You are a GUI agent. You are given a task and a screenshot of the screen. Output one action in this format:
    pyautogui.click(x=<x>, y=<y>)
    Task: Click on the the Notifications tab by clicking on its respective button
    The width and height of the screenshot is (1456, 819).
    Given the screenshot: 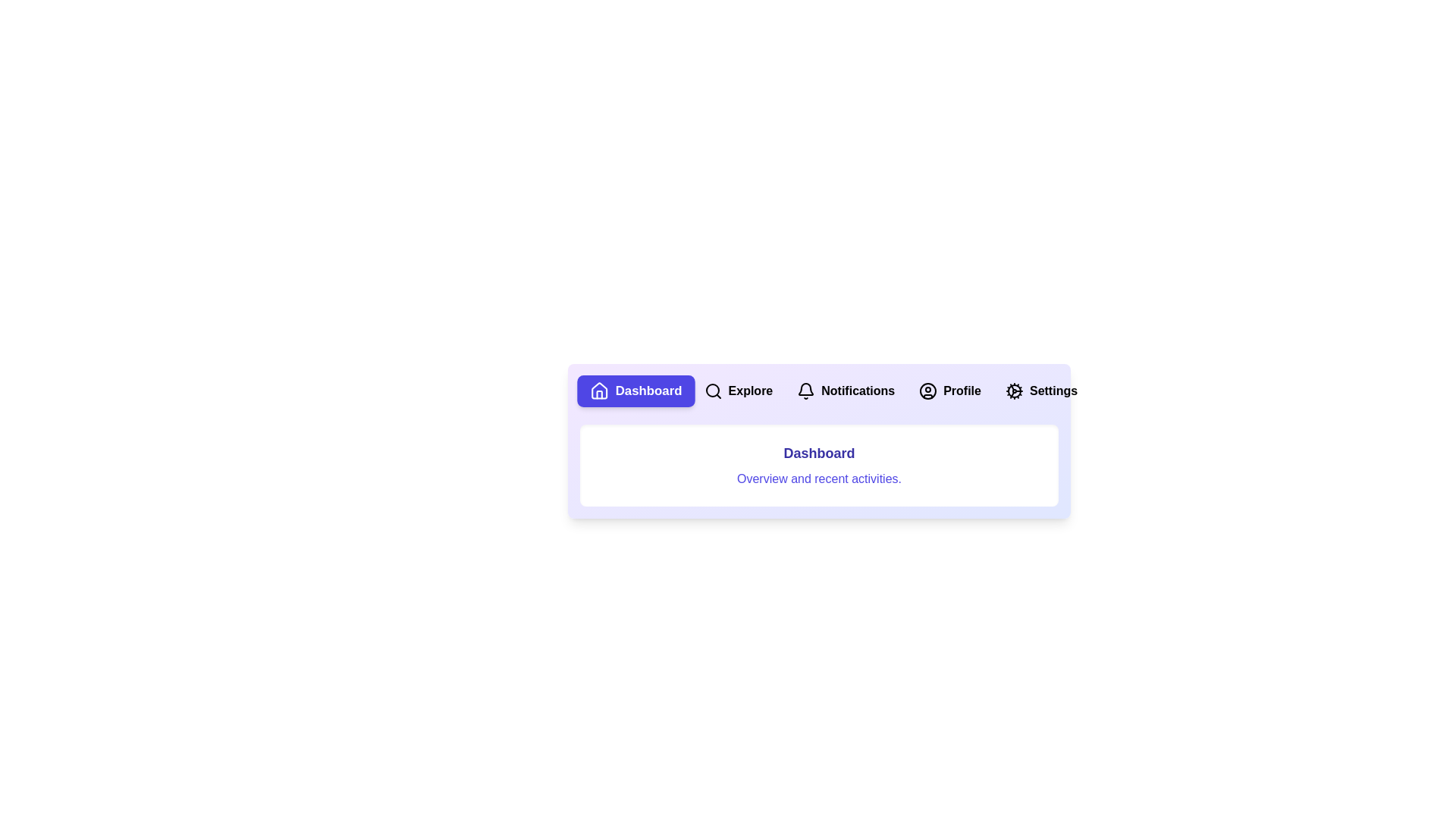 What is the action you would take?
    pyautogui.click(x=845, y=391)
    